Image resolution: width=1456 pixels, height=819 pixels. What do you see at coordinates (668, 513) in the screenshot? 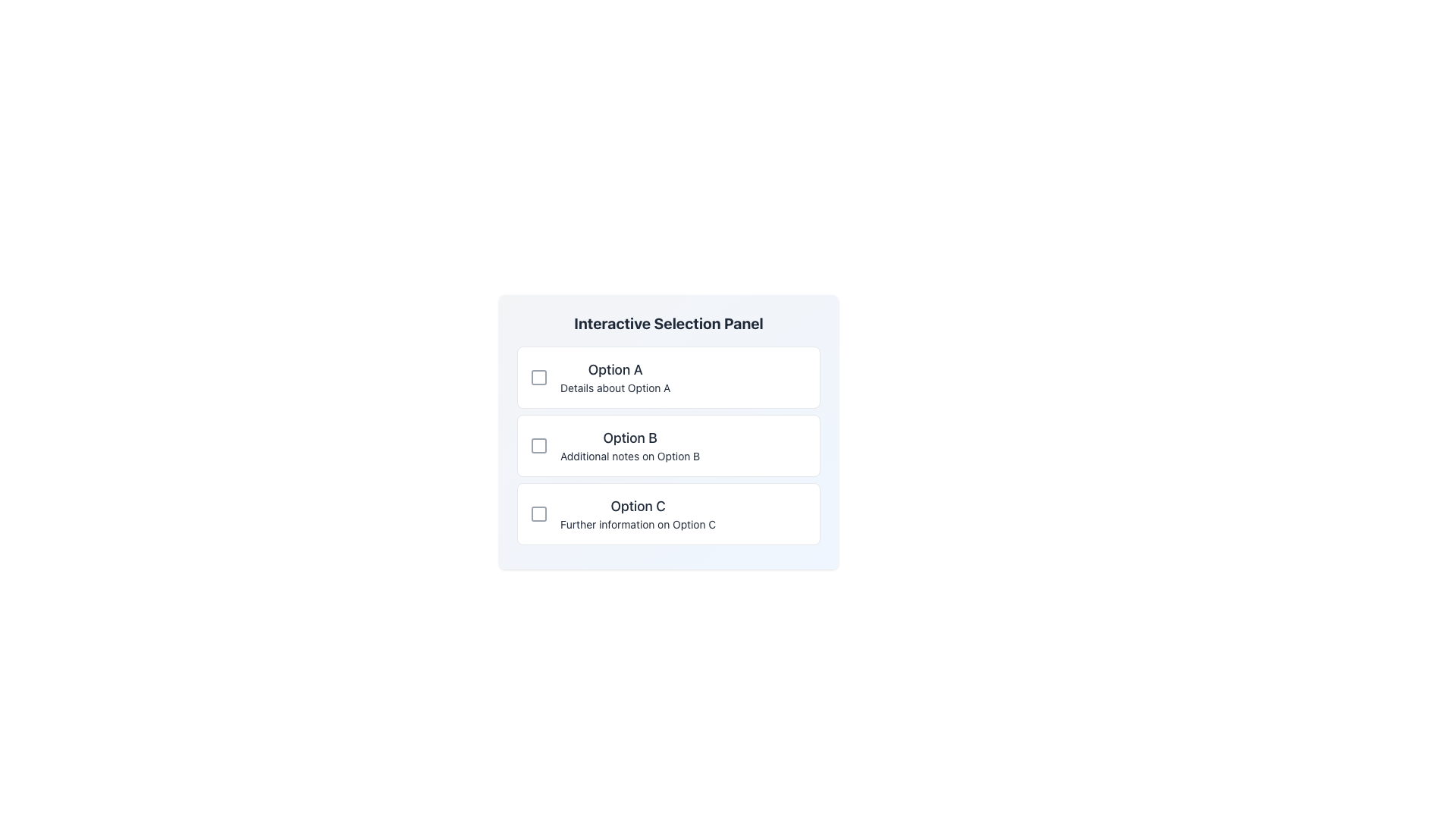
I see `the checkbox of the third selectable option item located between 'Option B' and the bottom edge of the panel` at bounding box center [668, 513].